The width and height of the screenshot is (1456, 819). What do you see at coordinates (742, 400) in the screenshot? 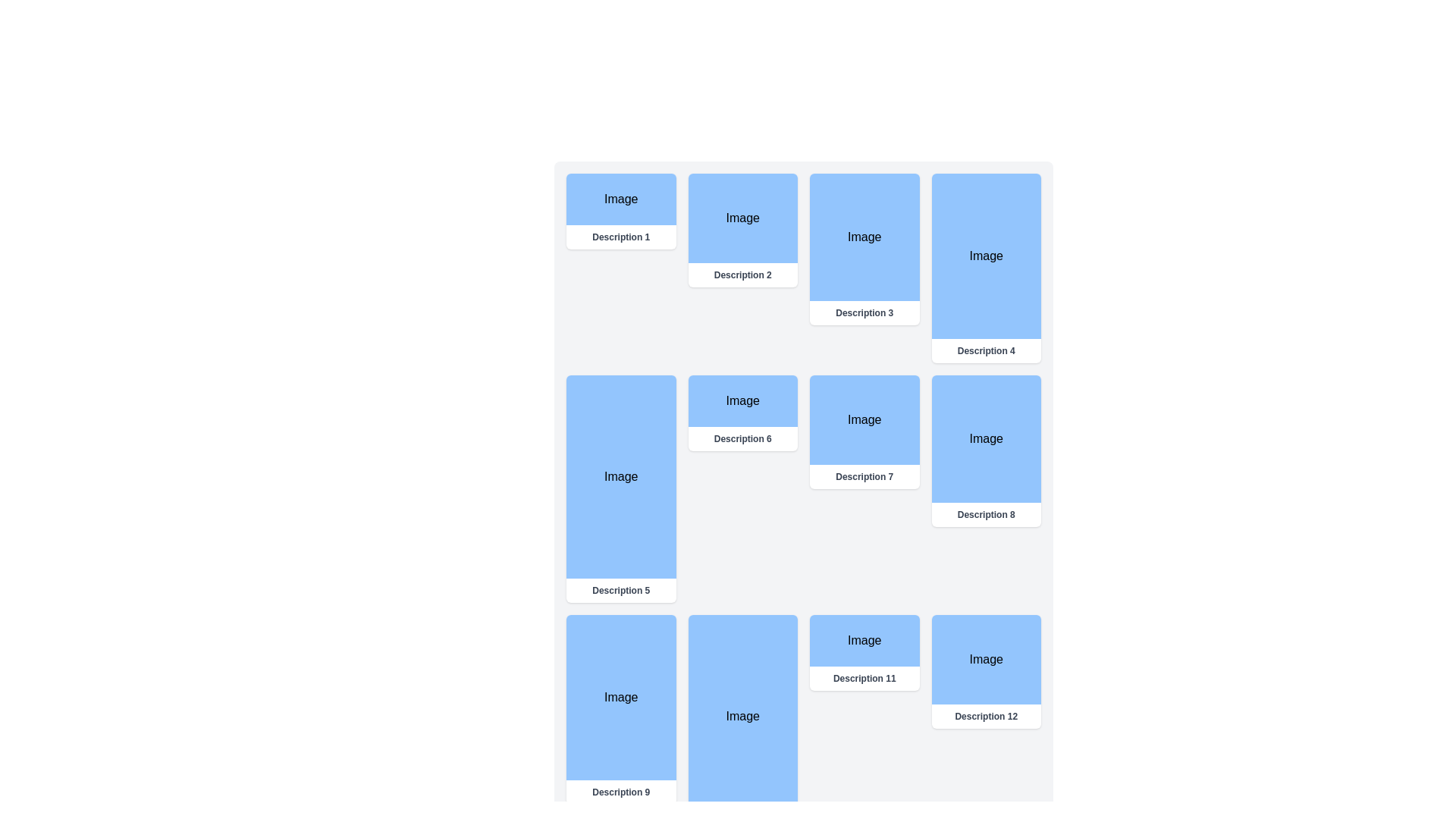
I see `the Image Placeholder located in the second row and third column, labeled 'Description 6'` at bounding box center [742, 400].